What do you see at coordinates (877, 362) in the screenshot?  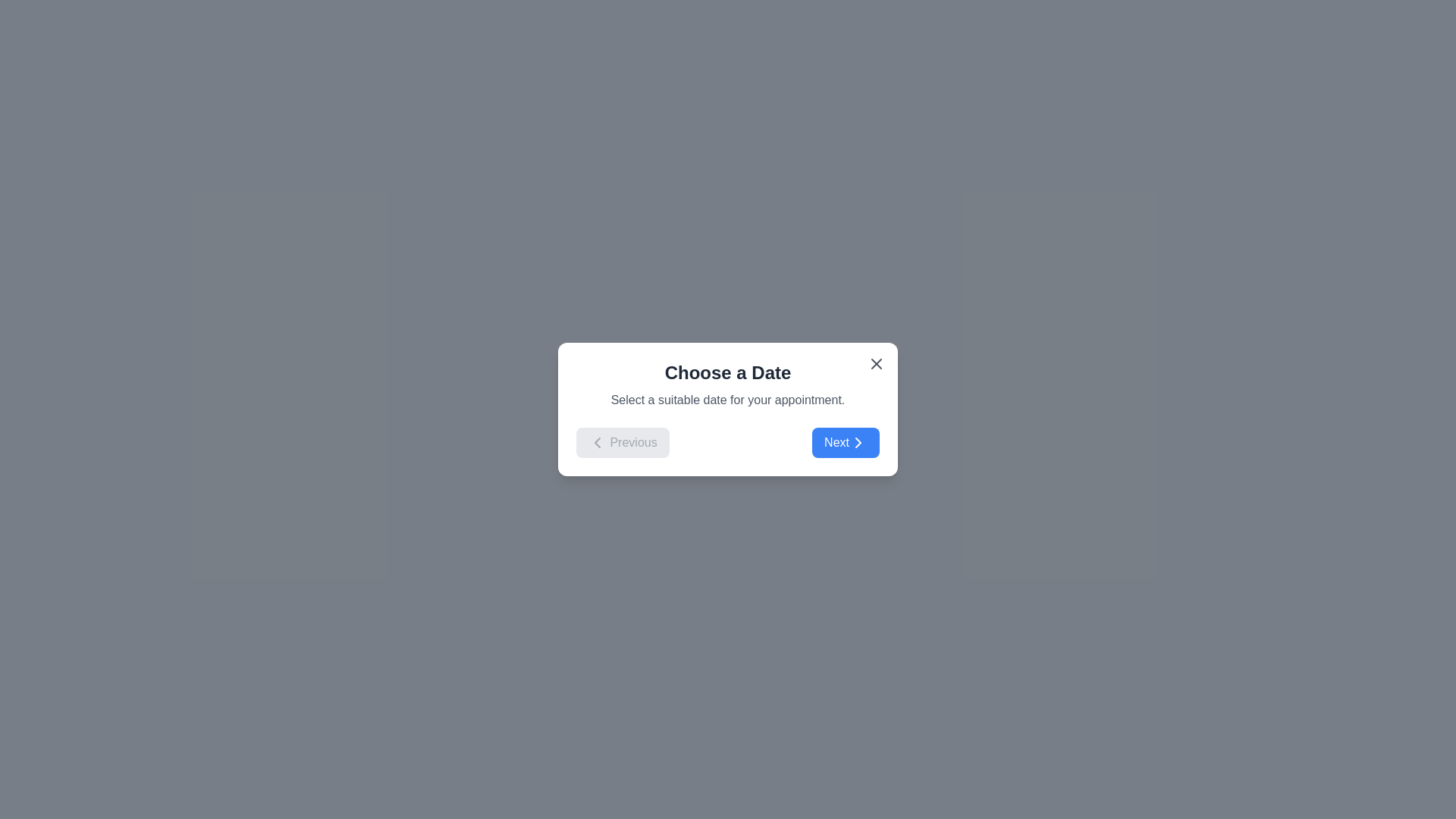 I see `the 'close' button icon, which is a small minimalist icon with two intersecting lines forming an 'X', located in the top-right corner of the dialog box titled 'Choose a Date'` at bounding box center [877, 362].